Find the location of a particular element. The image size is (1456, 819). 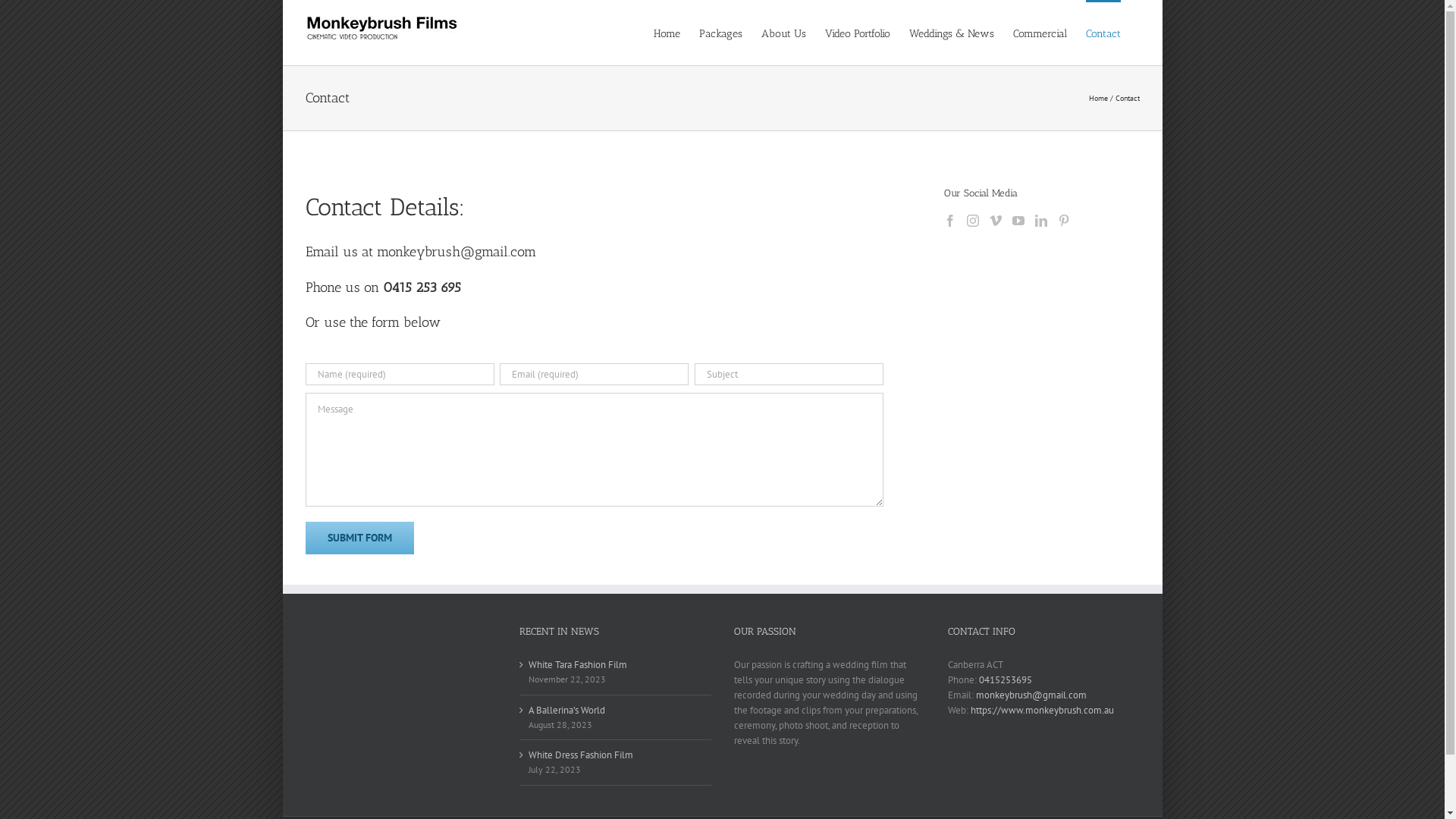

'YouTube' is located at coordinates (1018, 220).